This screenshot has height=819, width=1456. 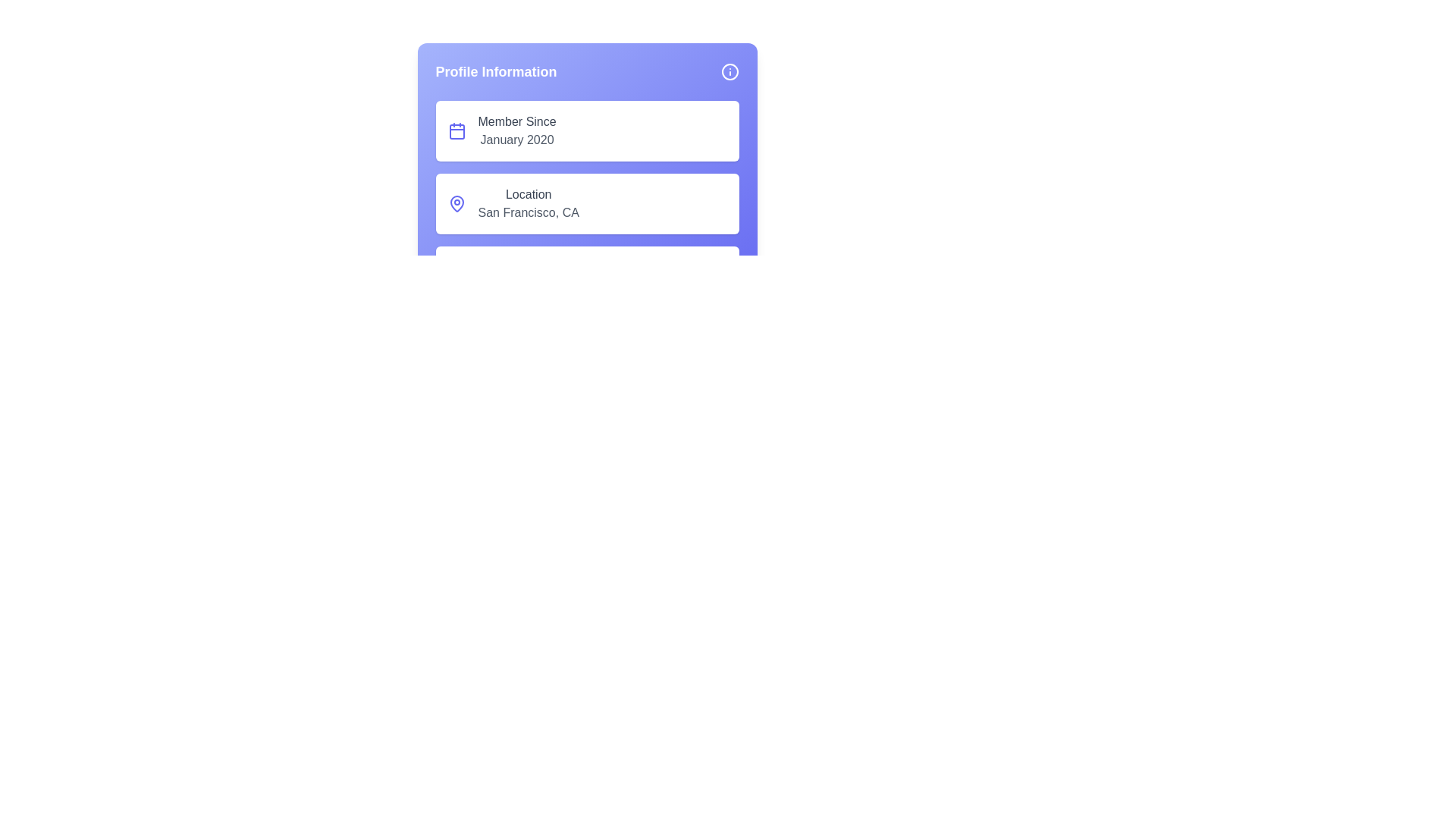 What do you see at coordinates (730, 72) in the screenshot?
I see `the Informational Icon located at the right end of the 'Profile Information' header` at bounding box center [730, 72].